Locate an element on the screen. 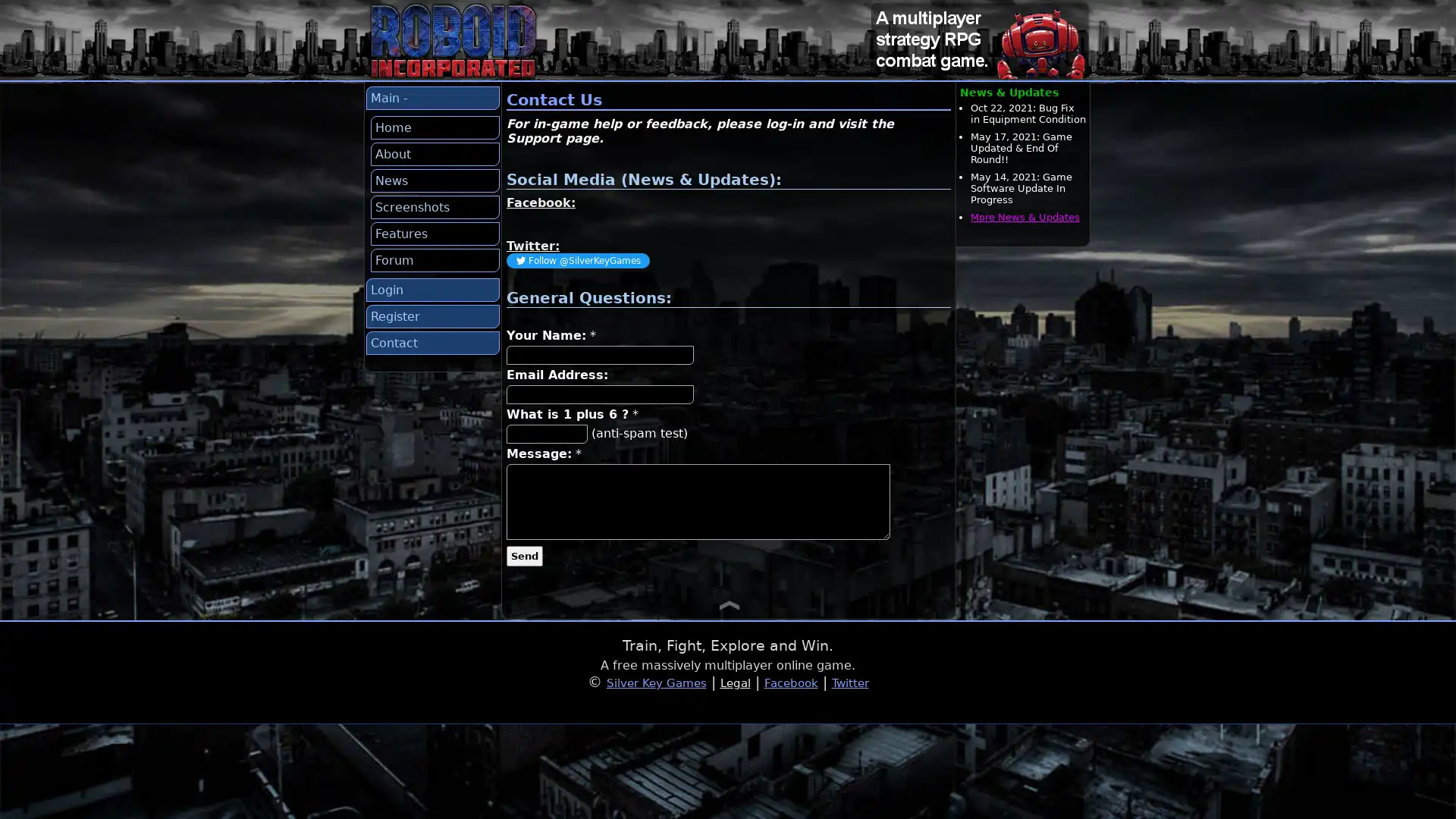 The image size is (1456, 819). Send is located at coordinates (524, 556).